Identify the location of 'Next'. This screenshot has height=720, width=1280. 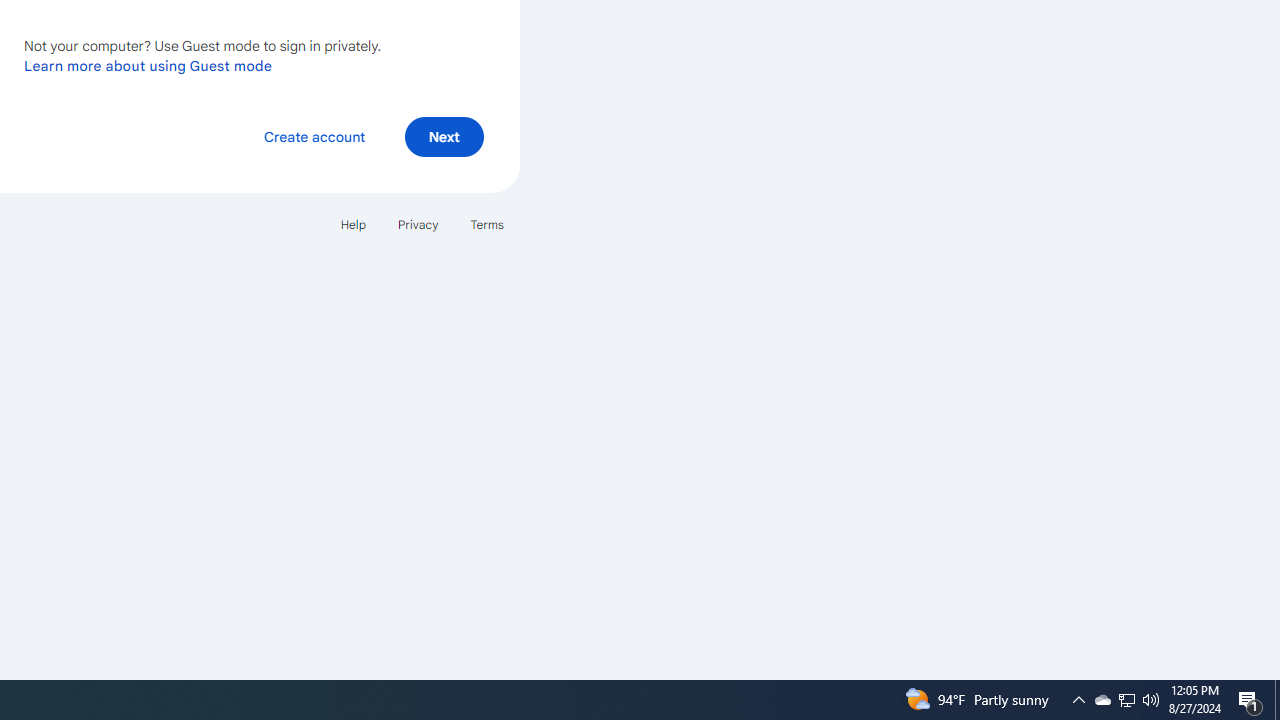
(443, 135).